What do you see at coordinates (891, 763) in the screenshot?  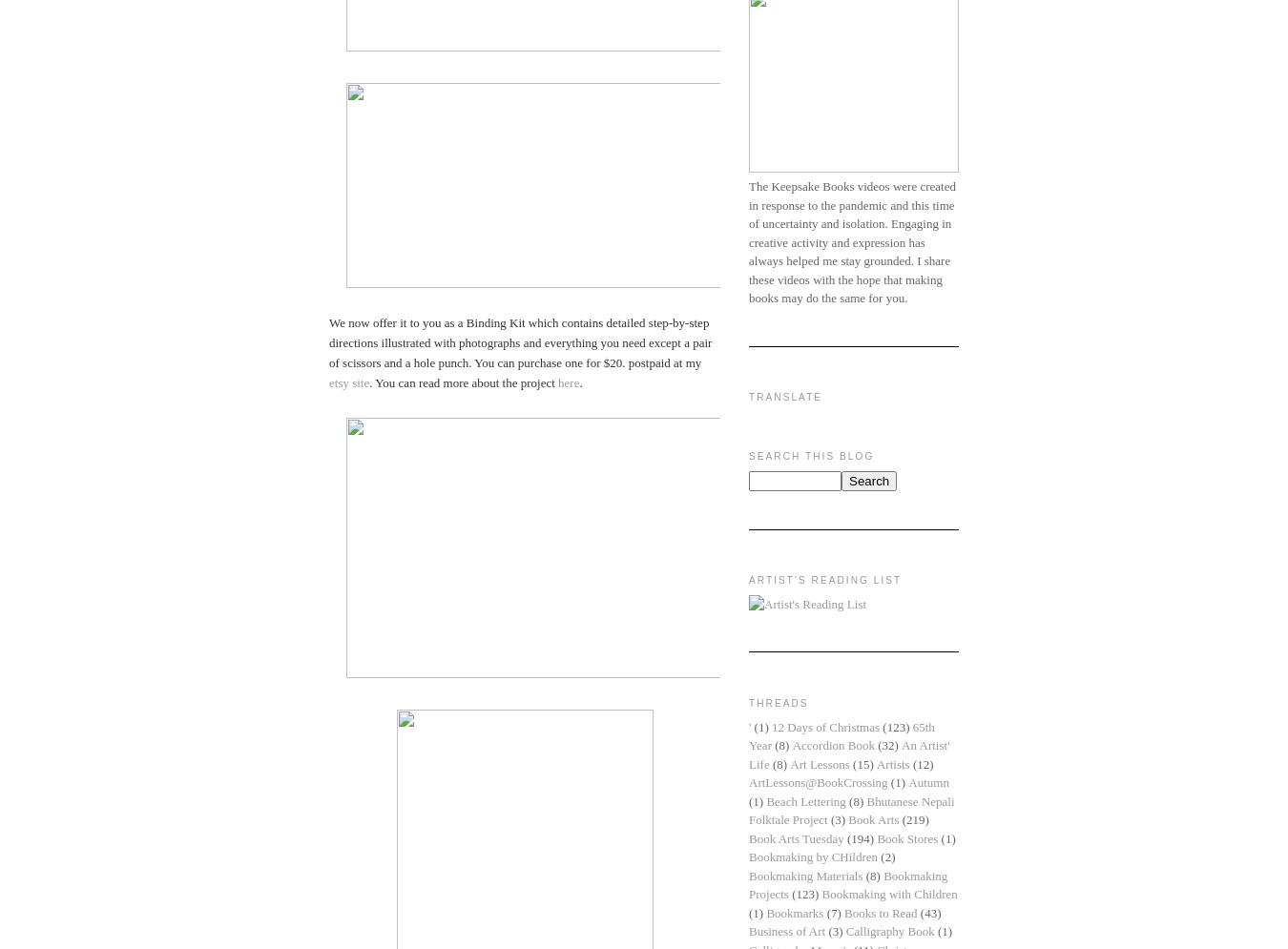 I see `'Artists'` at bounding box center [891, 763].